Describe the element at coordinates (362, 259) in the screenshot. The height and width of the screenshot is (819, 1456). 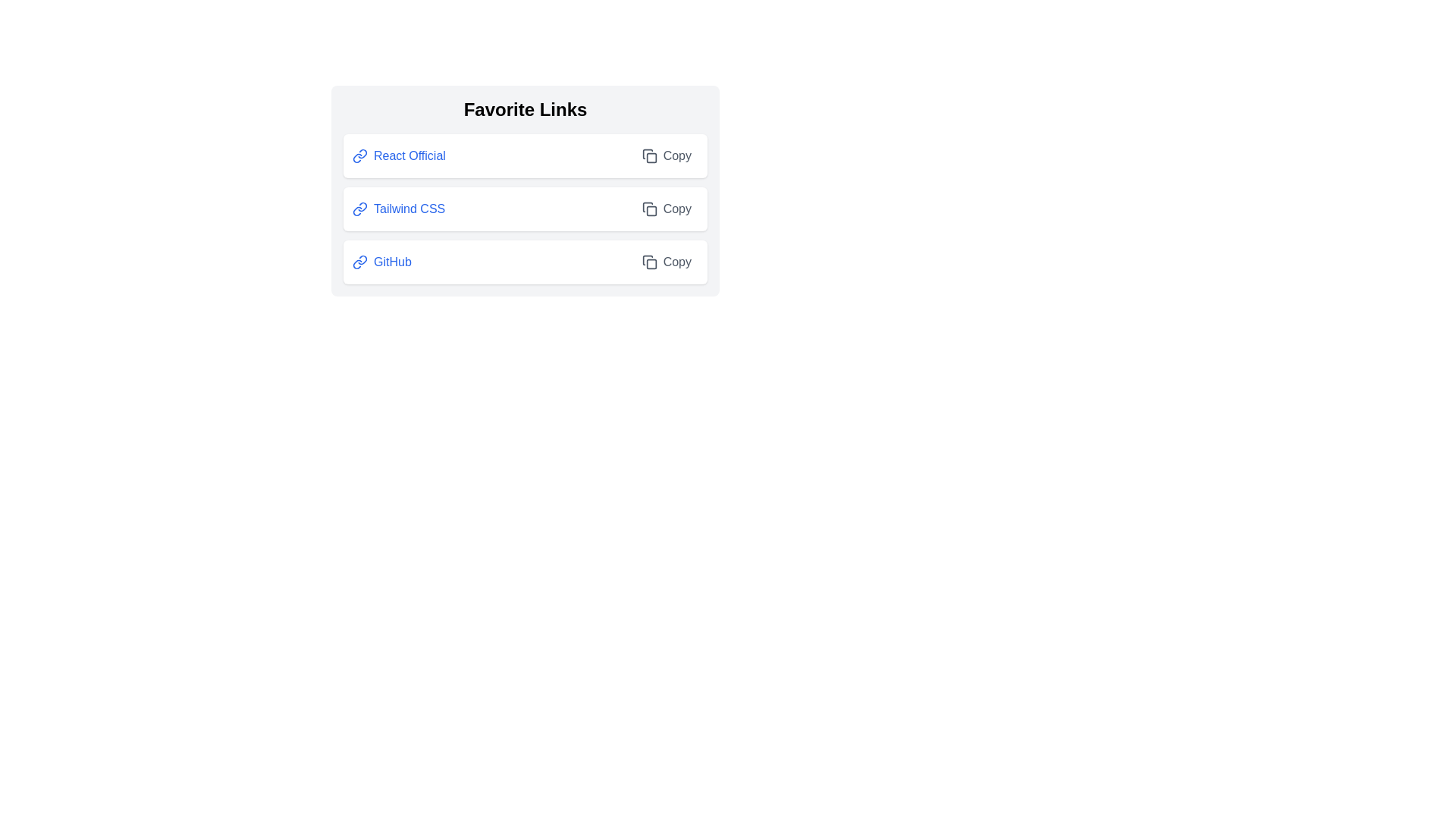
I see `the upper segment of the chain-like icon that symbolizes connectivity, located in the third row of the 'Favorite Links' section, to the left of the text 'GitHub'` at that location.